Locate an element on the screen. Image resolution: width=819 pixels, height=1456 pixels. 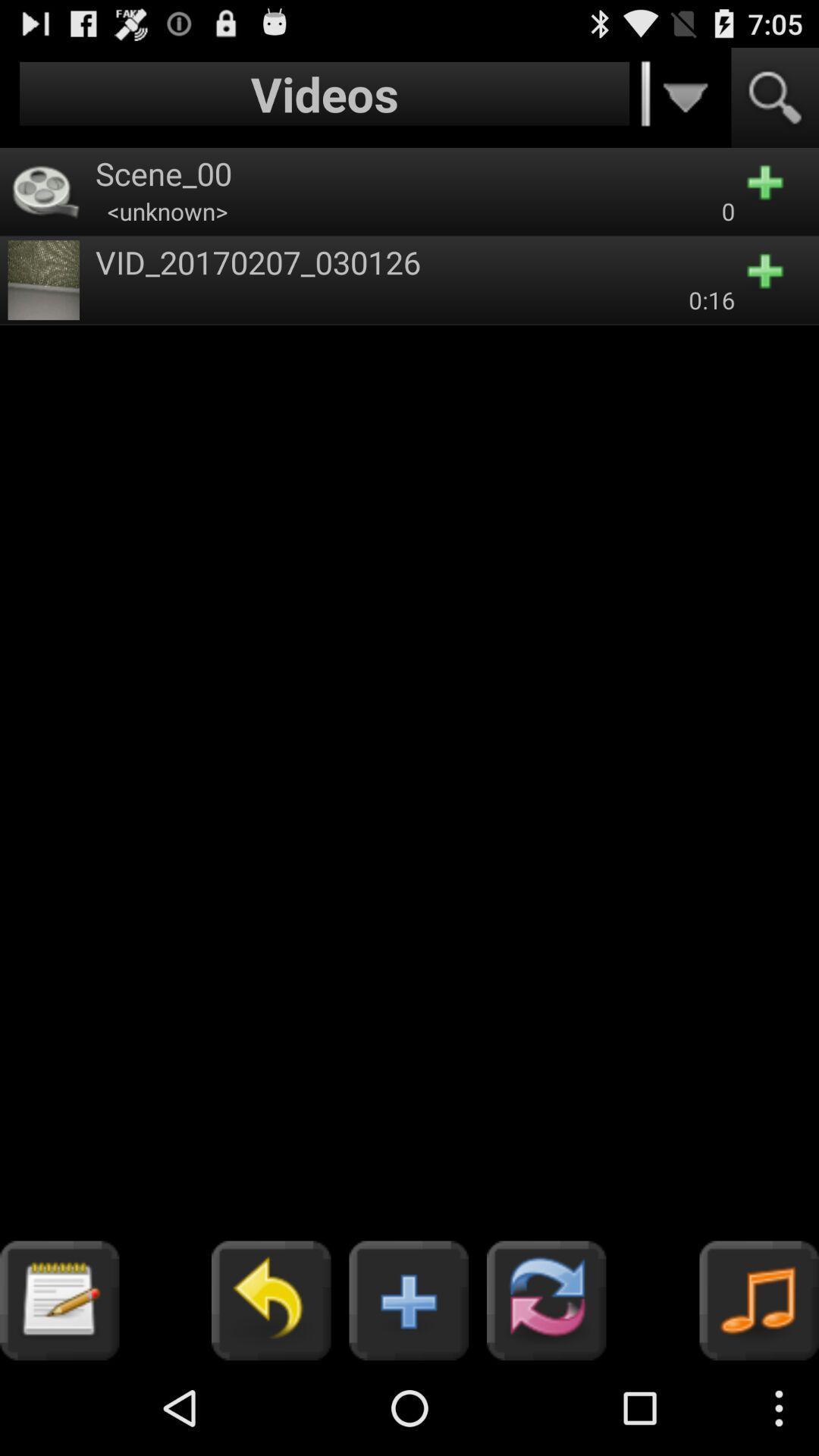
the add icon is located at coordinates (408, 1392).